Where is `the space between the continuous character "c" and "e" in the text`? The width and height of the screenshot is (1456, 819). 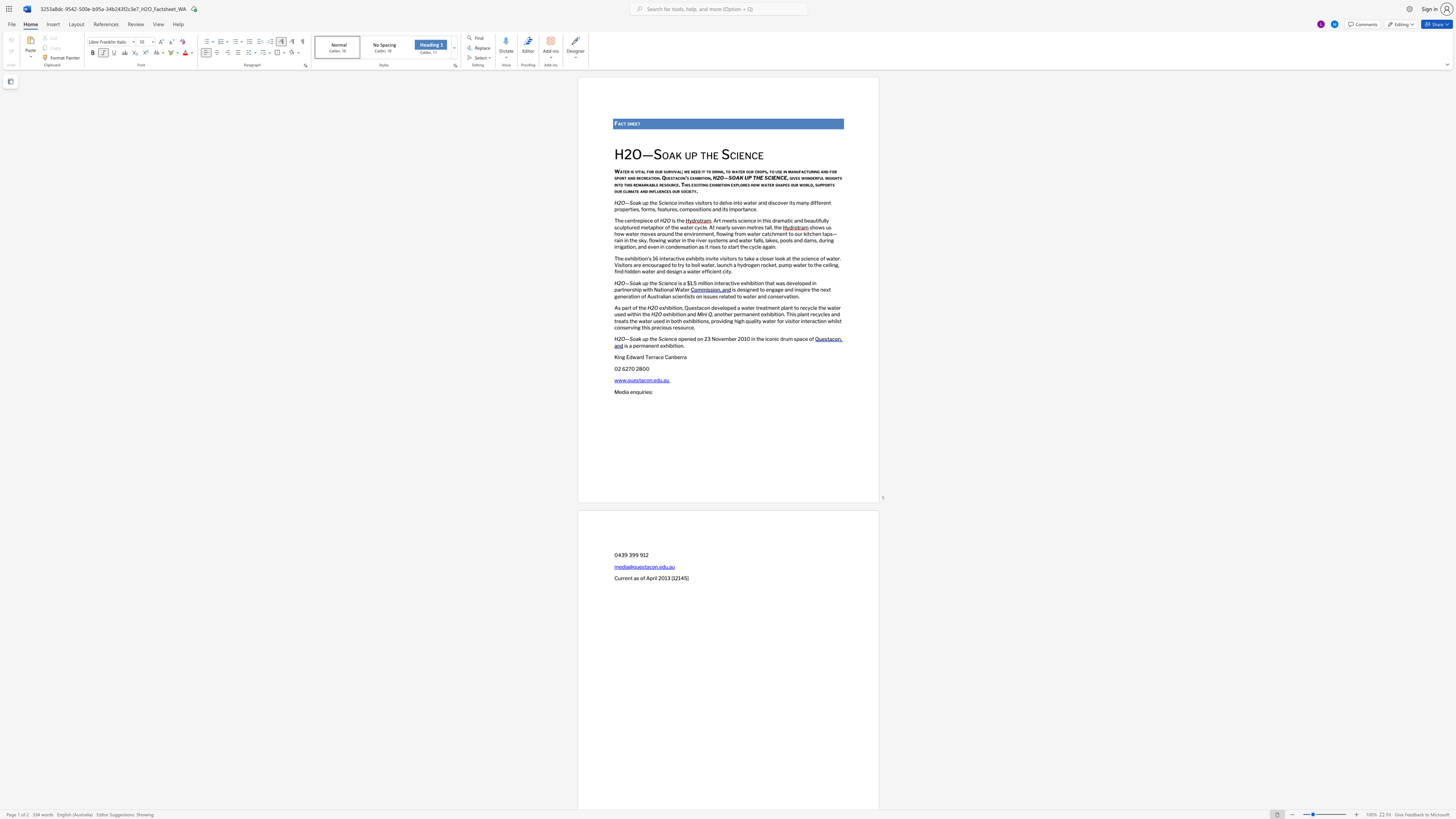 the space between the continuous character "c" and "e" in the text is located at coordinates (674, 339).